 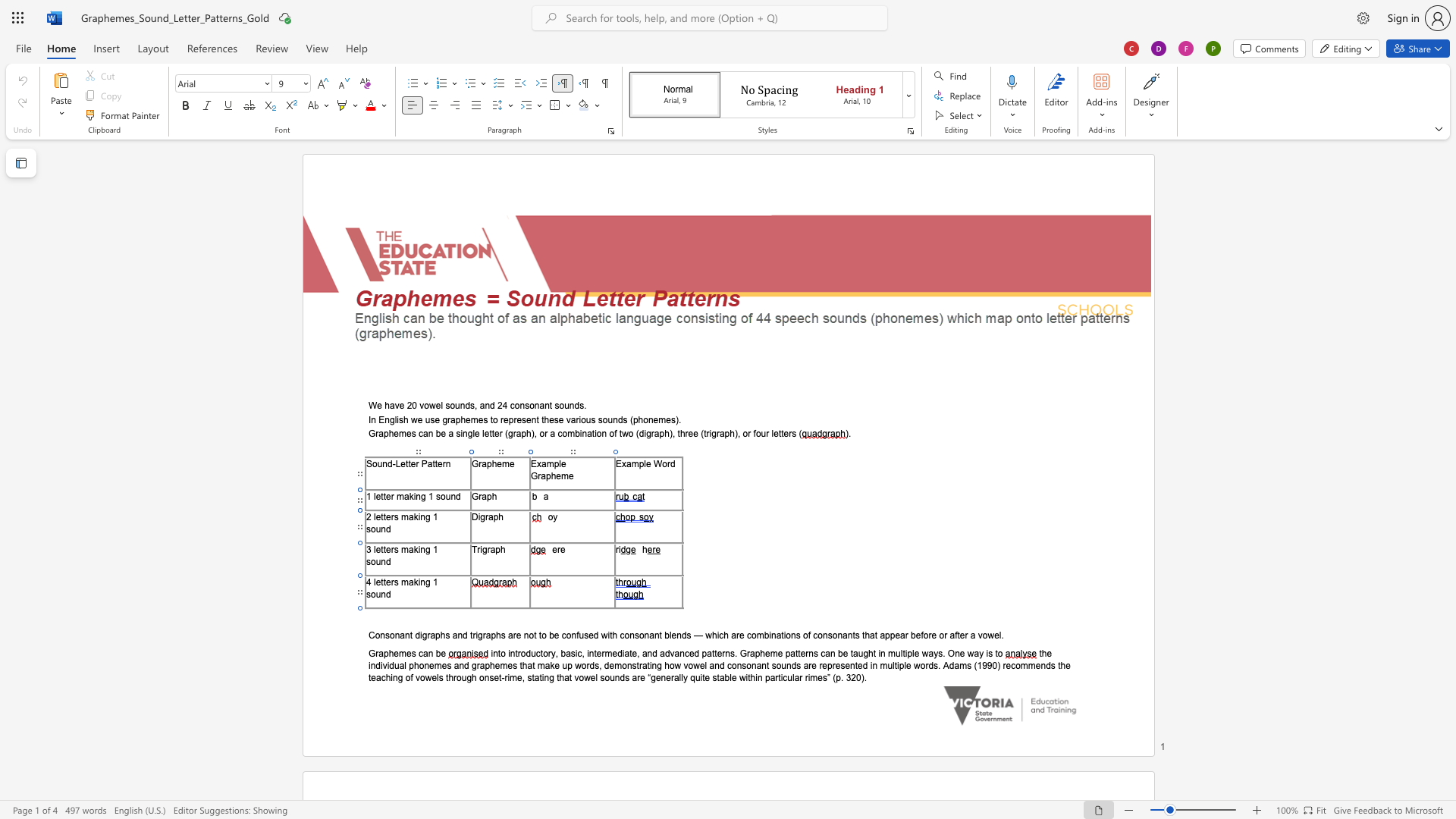 What do you see at coordinates (482, 664) in the screenshot?
I see `the 3th character "a" in the text` at bounding box center [482, 664].